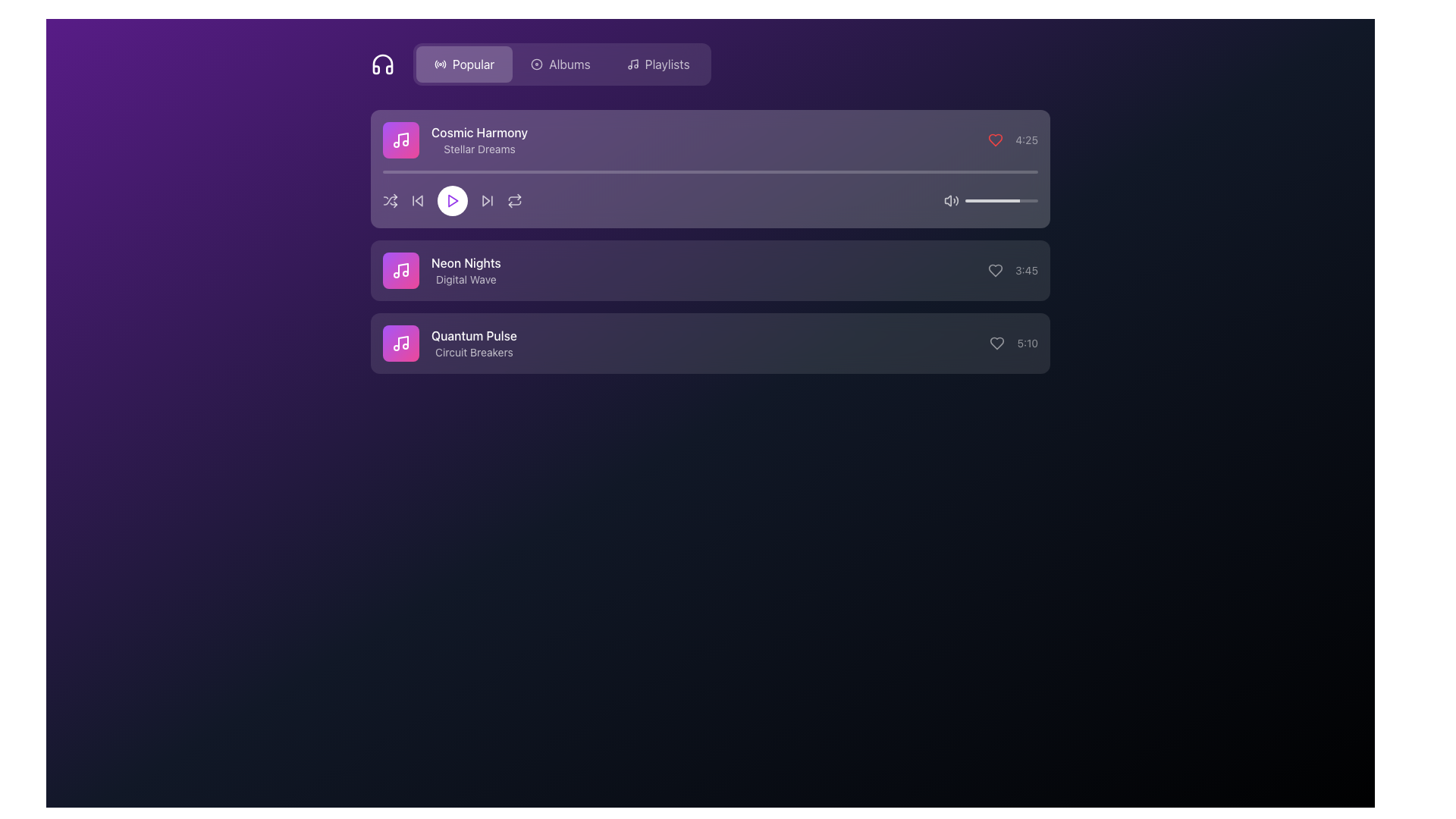 This screenshot has height=819, width=1456. I want to click on the music note SVG icon located in the left section of the Cosmic Harmony list item card, which is positioned near the top-left region of the interface, so click(403, 139).